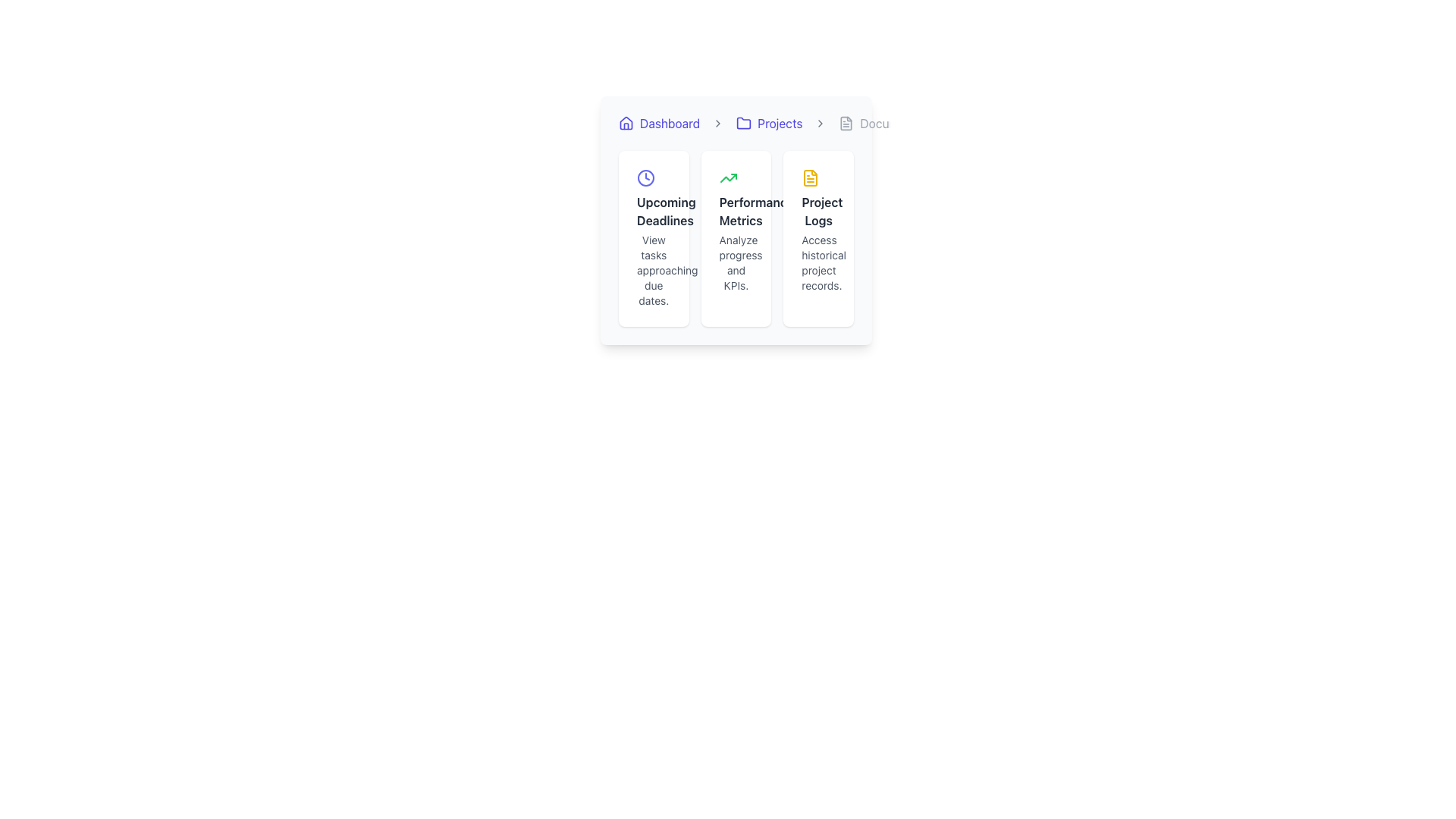 This screenshot has height=819, width=1456. Describe the element at coordinates (728, 177) in the screenshot. I see `the progress or trend metrics icon located at the upper section of the 'Performance Metrics' card, which is the second card from the left` at that location.